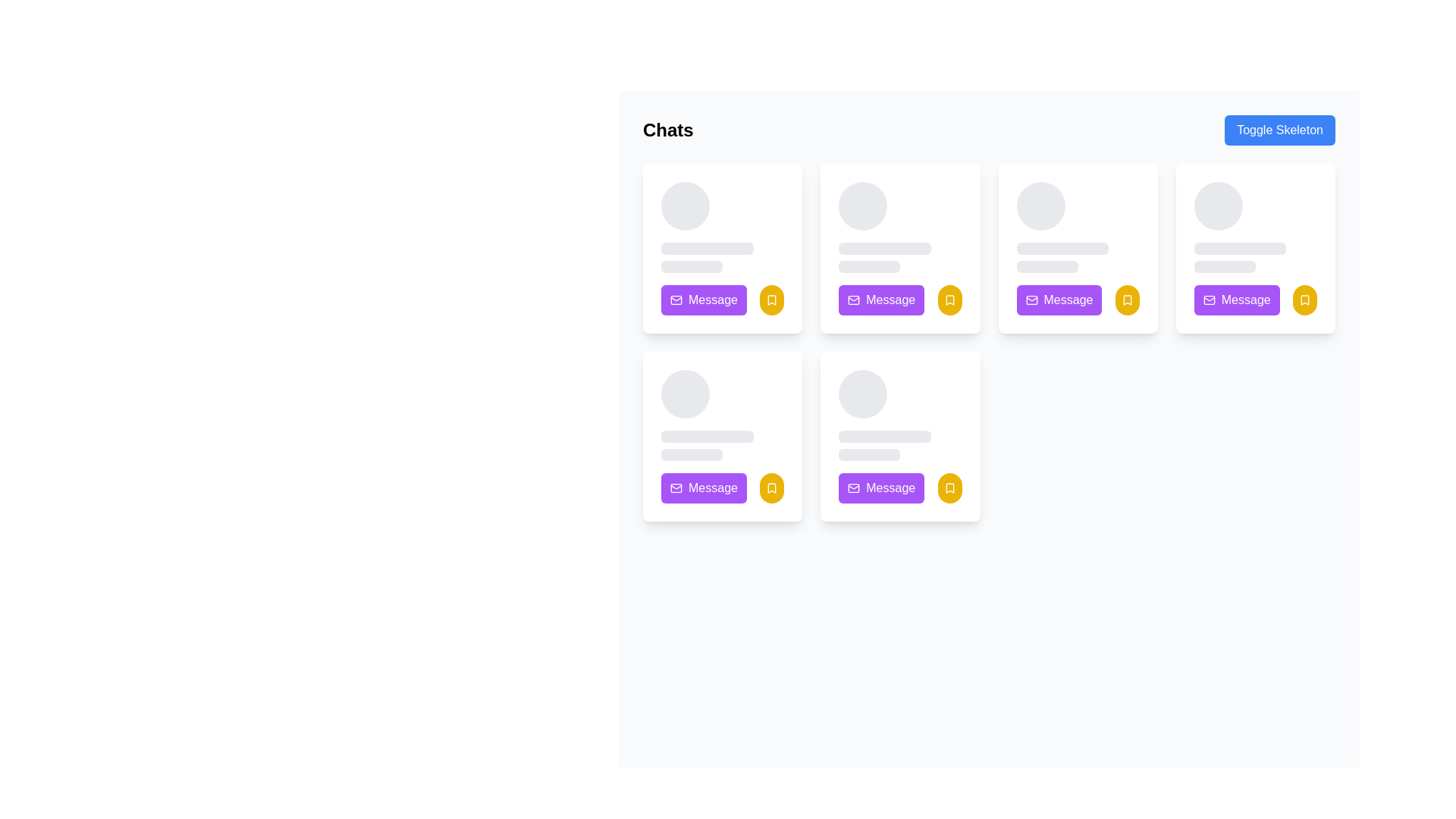 This screenshot has height=819, width=1456. What do you see at coordinates (1058, 300) in the screenshot?
I see `the button located` at bounding box center [1058, 300].